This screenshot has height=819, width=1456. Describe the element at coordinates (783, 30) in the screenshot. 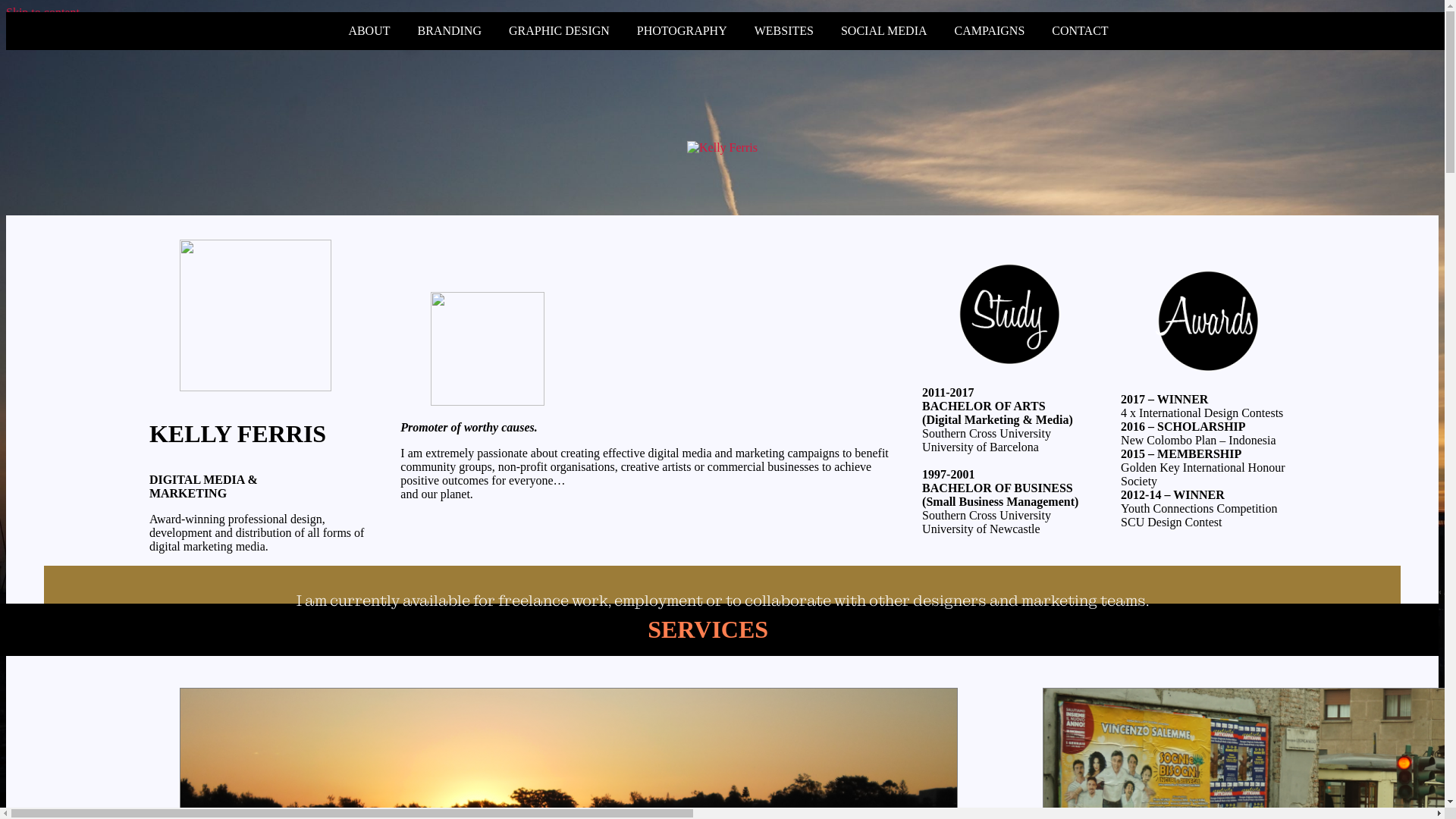

I see `'WEBSITES'` at that location.